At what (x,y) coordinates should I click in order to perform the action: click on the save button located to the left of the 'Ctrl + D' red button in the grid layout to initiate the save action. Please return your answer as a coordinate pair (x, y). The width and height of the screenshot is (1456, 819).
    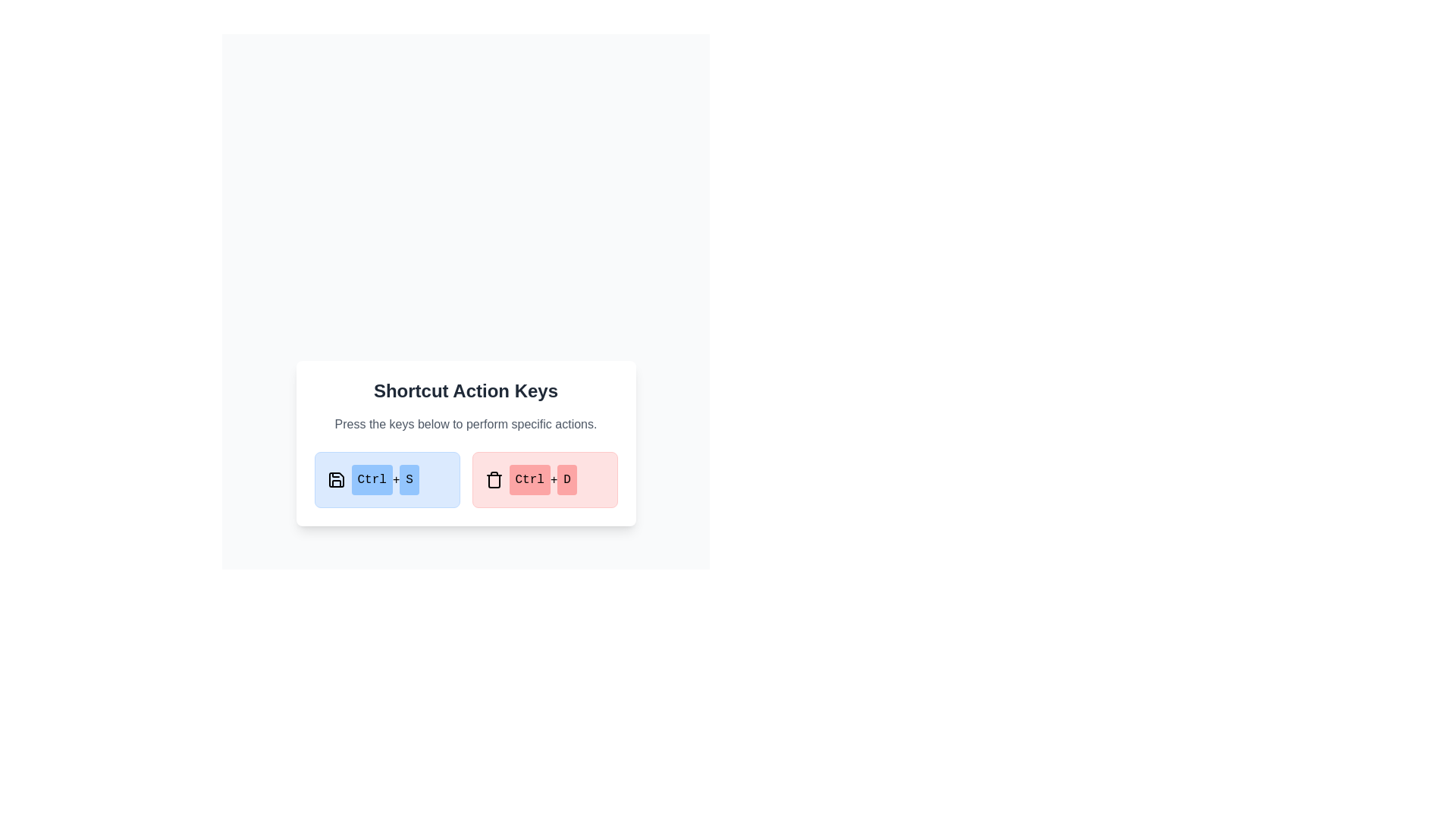
    Looking at the image, I should click on (387, 479).